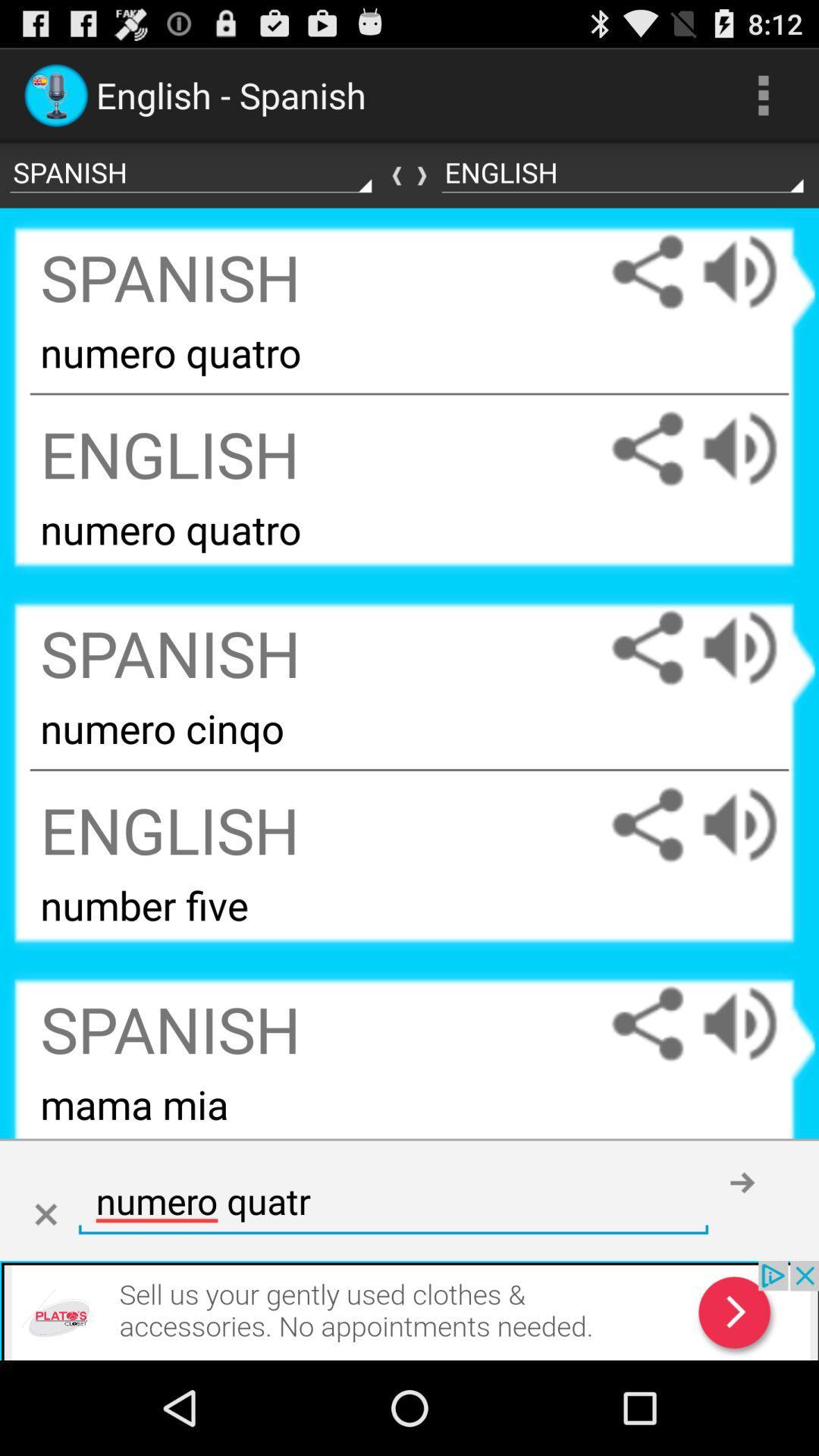 The image size is (819, 1456). What do you see at coordinates (647, 824) in the screenshot?
I see `to share` at bounding box center [647, 824].